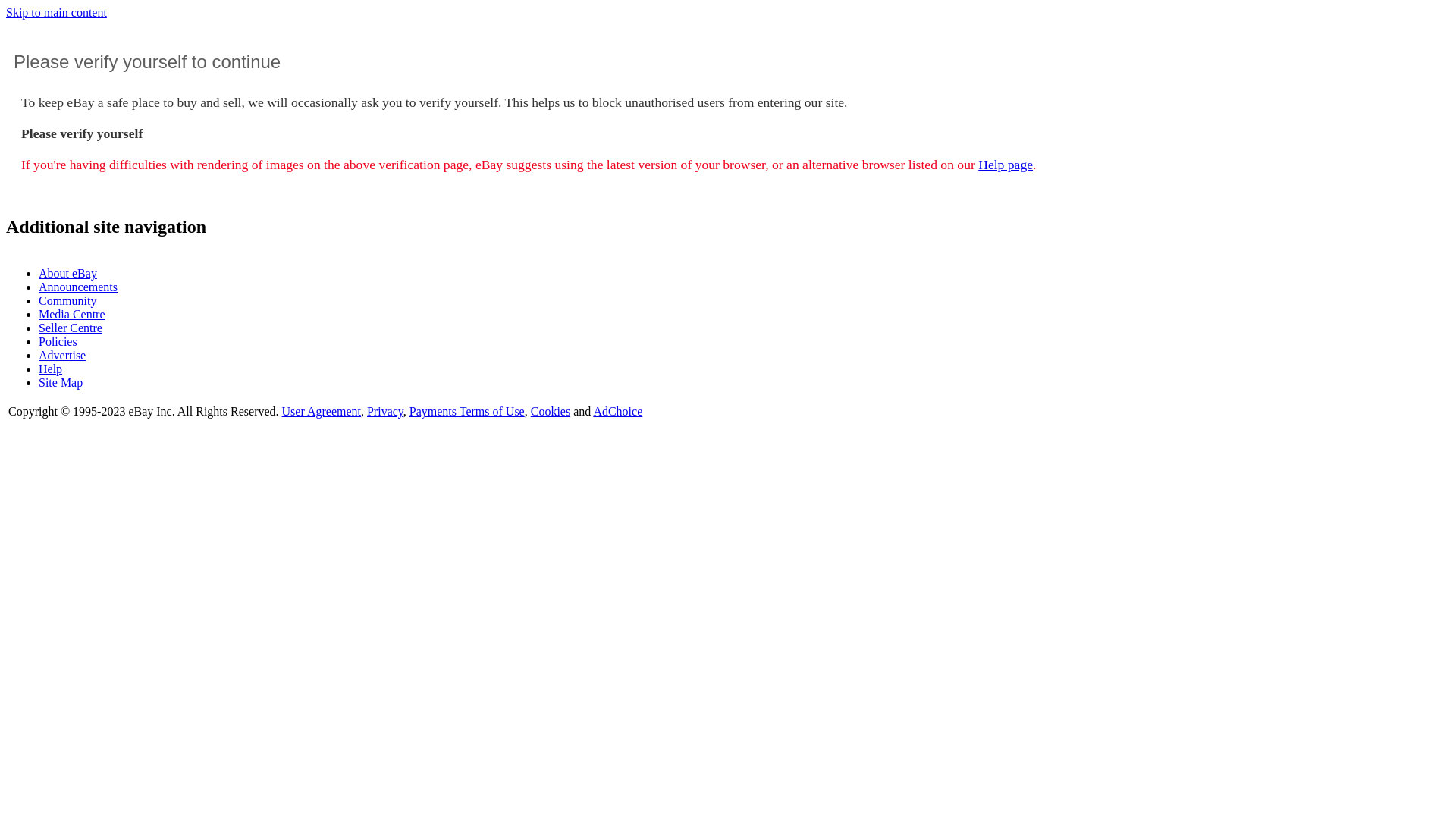 This screenshot has height=819, width=1456. I want to click on 'AdChoice', so click(592, 411).